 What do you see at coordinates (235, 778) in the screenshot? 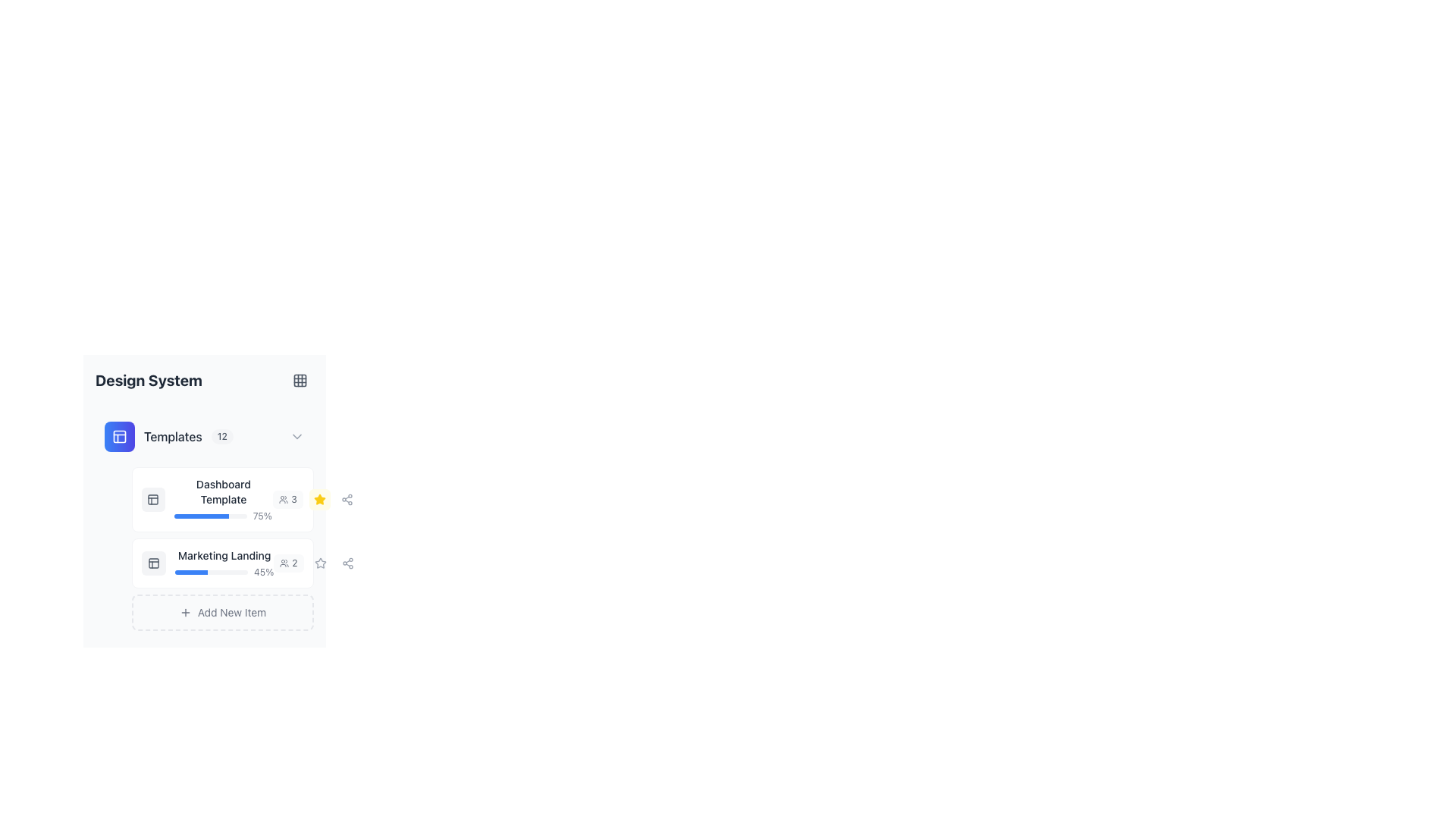
I see `the informational tag displaying the number of users associated with the 'Marketing Landing' entry` at bounding box center [235, 778].